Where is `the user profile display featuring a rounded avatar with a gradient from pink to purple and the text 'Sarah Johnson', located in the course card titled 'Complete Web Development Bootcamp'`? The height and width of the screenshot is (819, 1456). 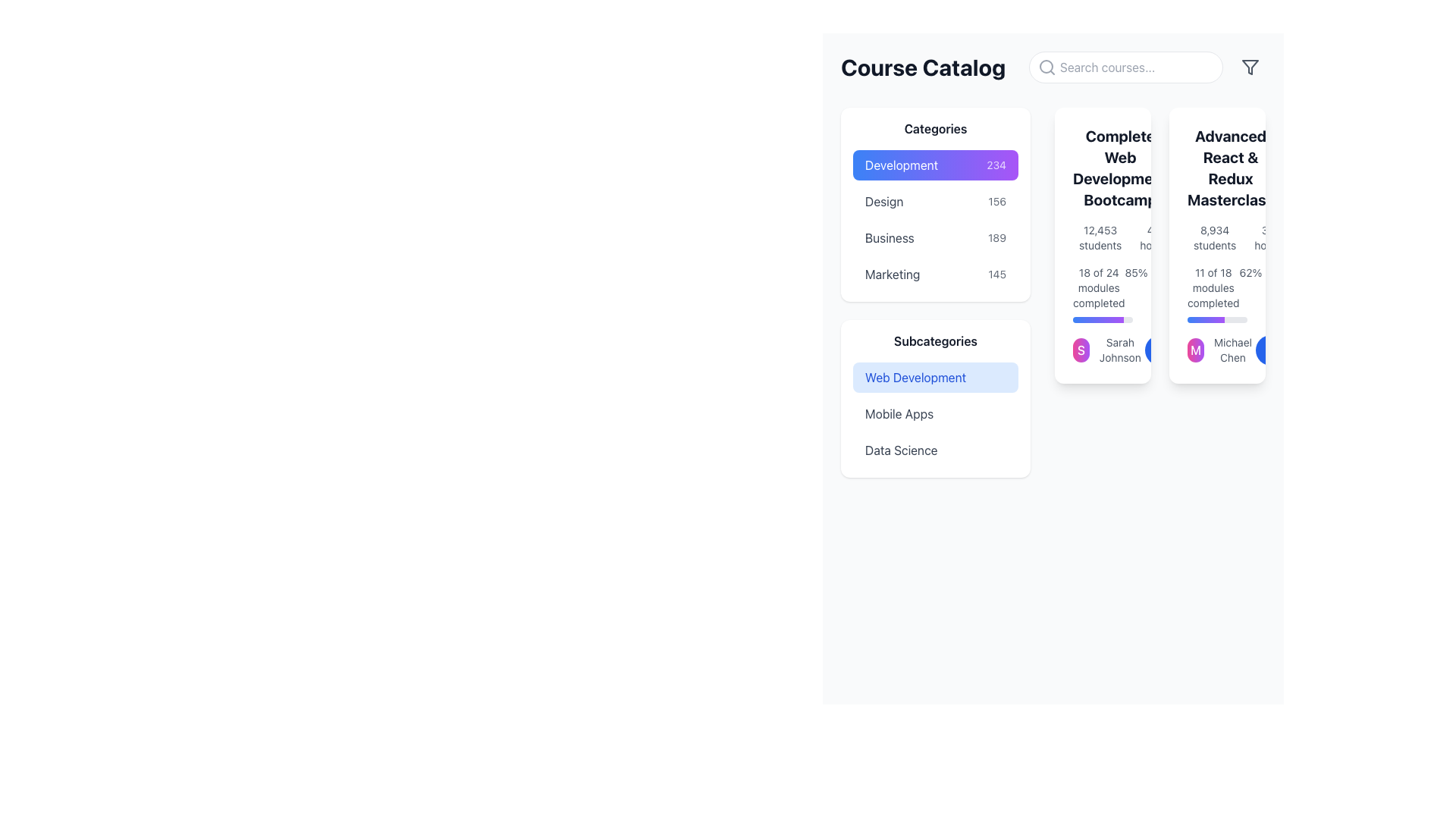
the user profile display featuring a rounded avatar with a gradient from pink to purple and the text 'Sarah Johnson', located in the course card titled 'Complete Web Development Bootcamp' is located at coordinates (1103, 350).